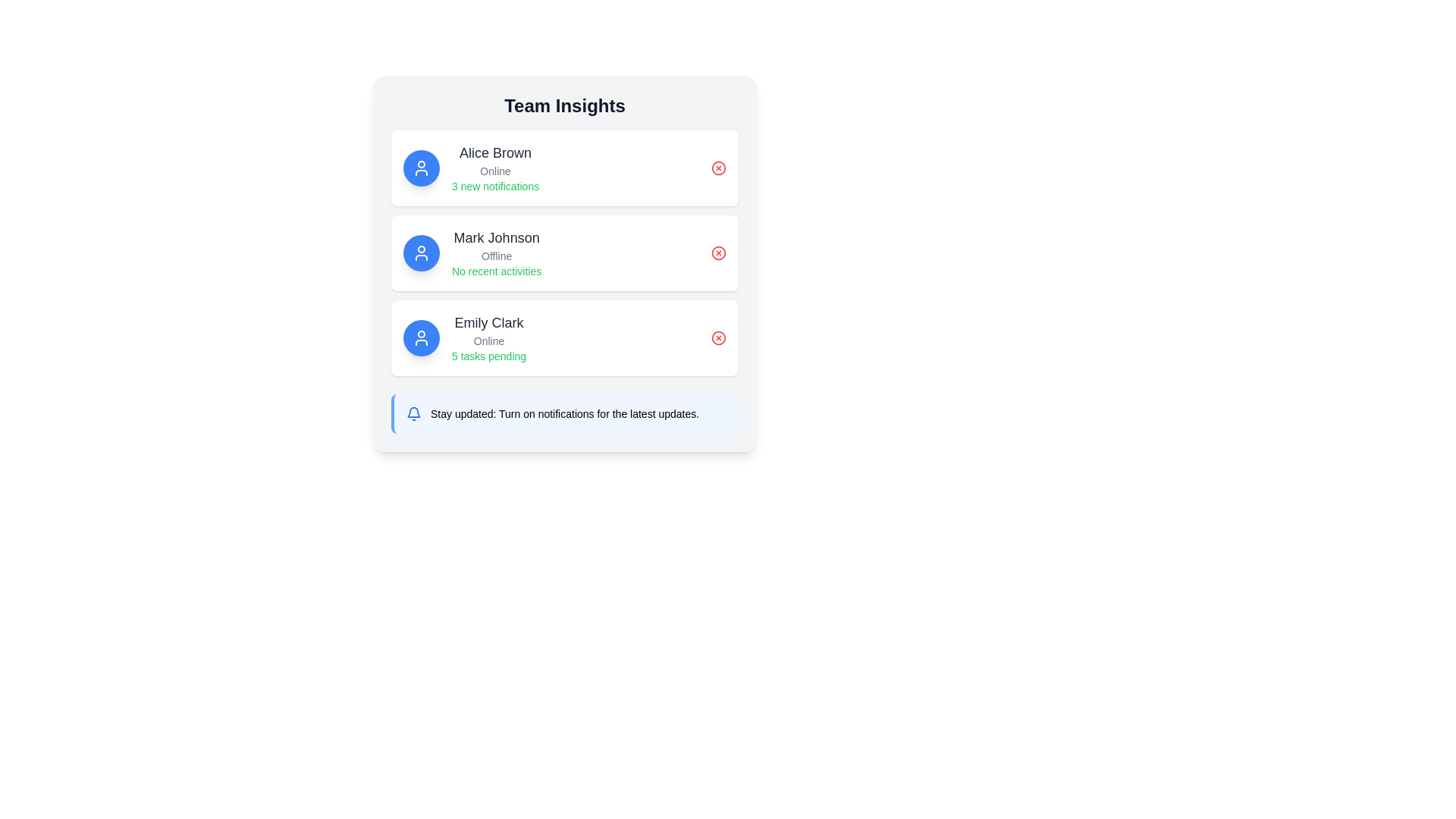 The width and height of the screenshot is (1456, 819). Describe the element at coordinates (495, 168) in the screenshot. I see `notification information from the Informational Text Block displaying 'Alice Brown', 'Online', and '3 new notifications' located in the 'Team Insights' section` at that location.